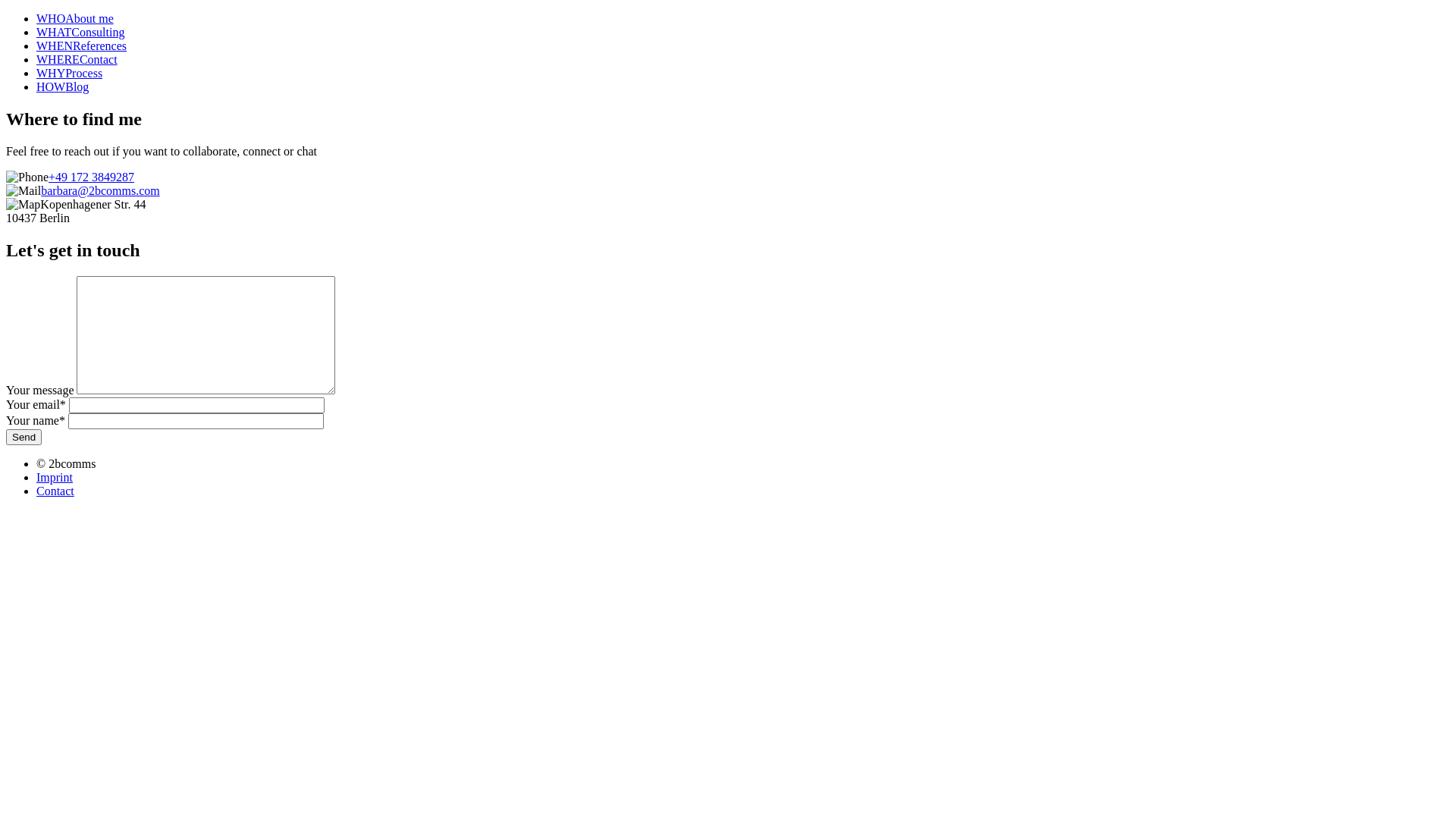  I want to click on 'HOWBlog', so click(61, 86).